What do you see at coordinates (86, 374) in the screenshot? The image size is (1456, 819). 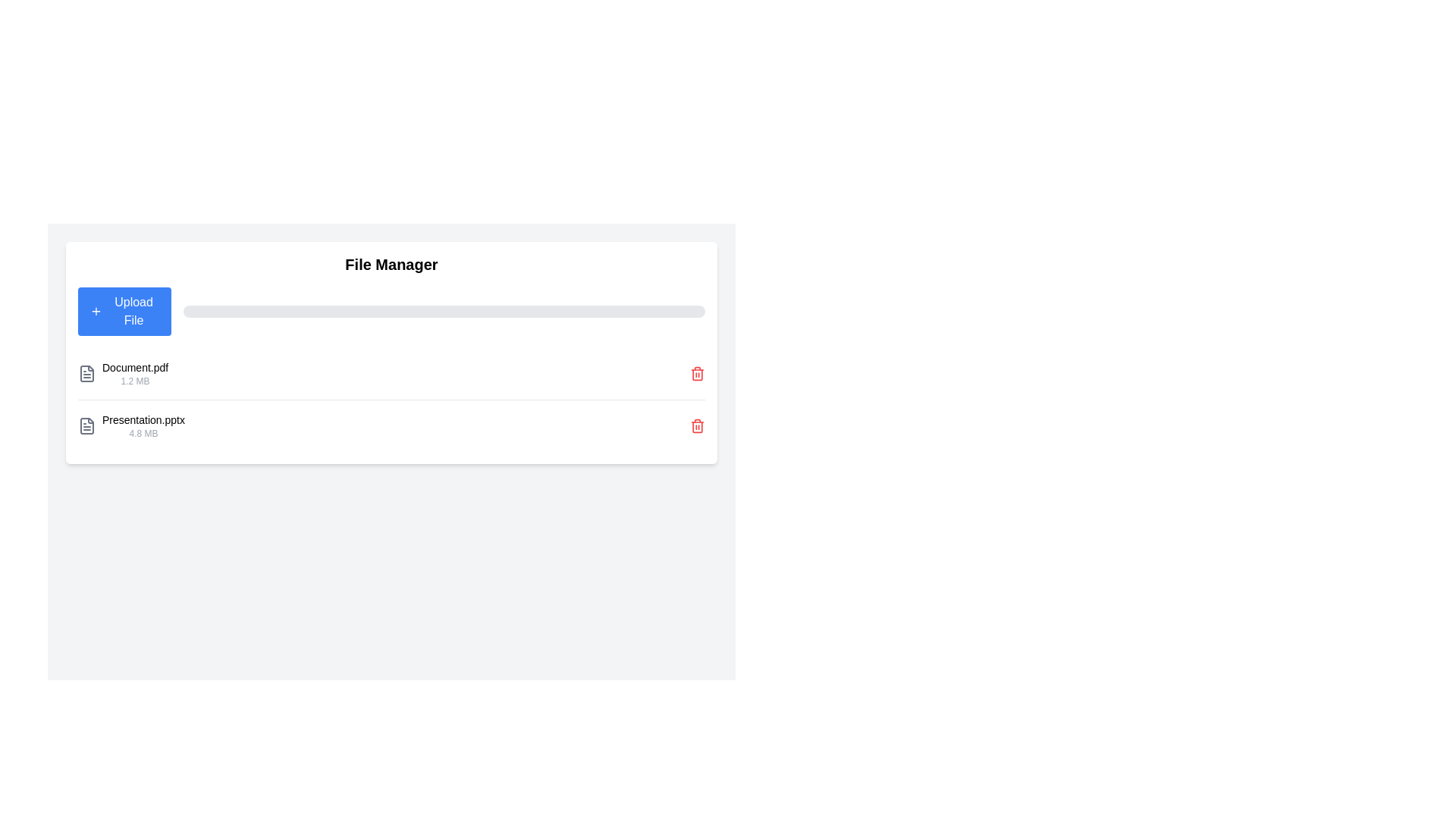 I see `the document file icon located to the left of 'Document.pdf' in the file manager section` at bounding box center [86, 374].